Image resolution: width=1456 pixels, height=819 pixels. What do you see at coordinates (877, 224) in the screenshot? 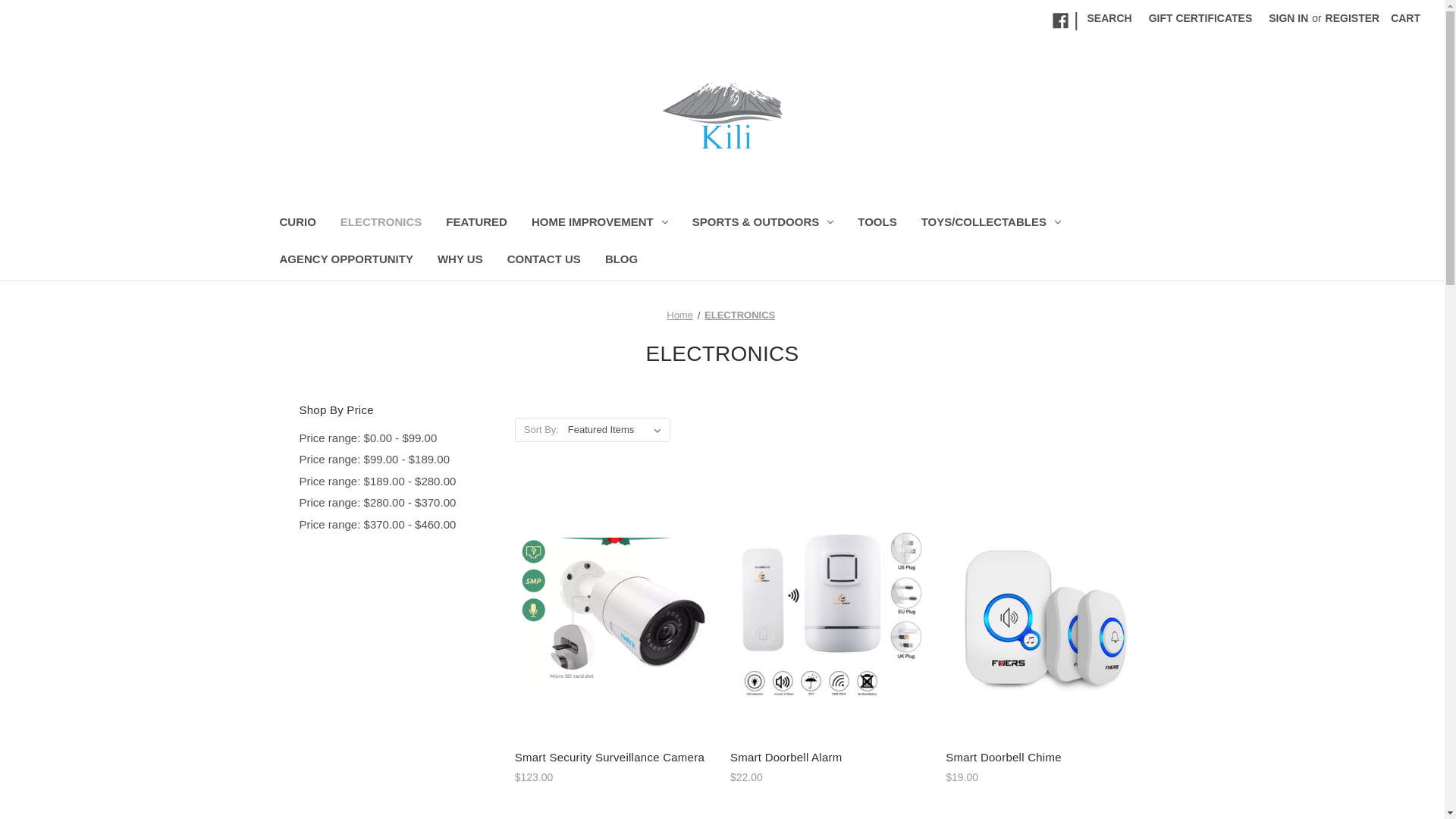
I see `'TOOLS'` at bounding box center [877, 224].